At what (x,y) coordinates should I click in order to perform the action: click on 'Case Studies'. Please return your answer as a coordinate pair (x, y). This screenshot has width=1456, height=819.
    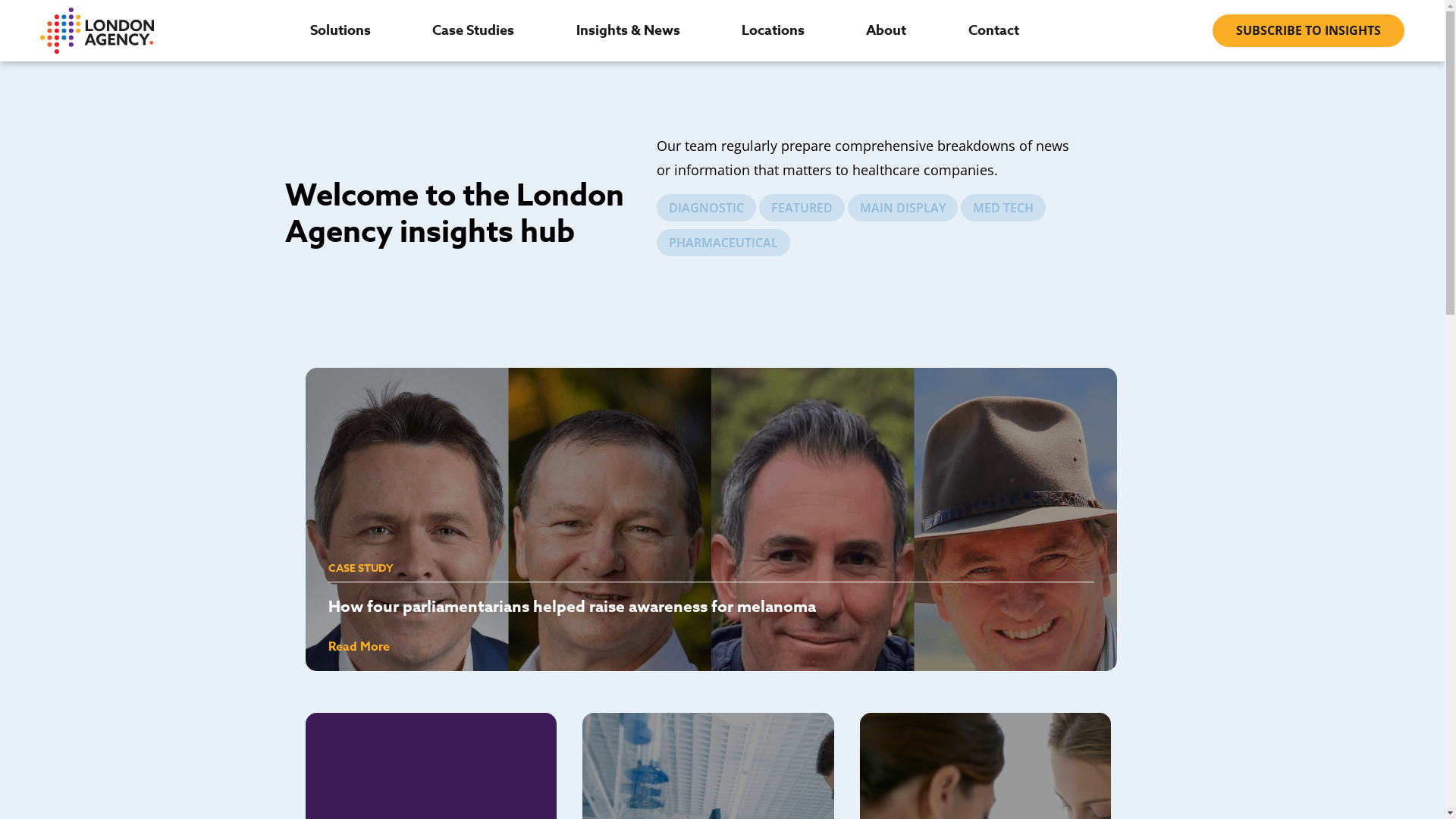
    Looking at the image, I should click on (472, 30).